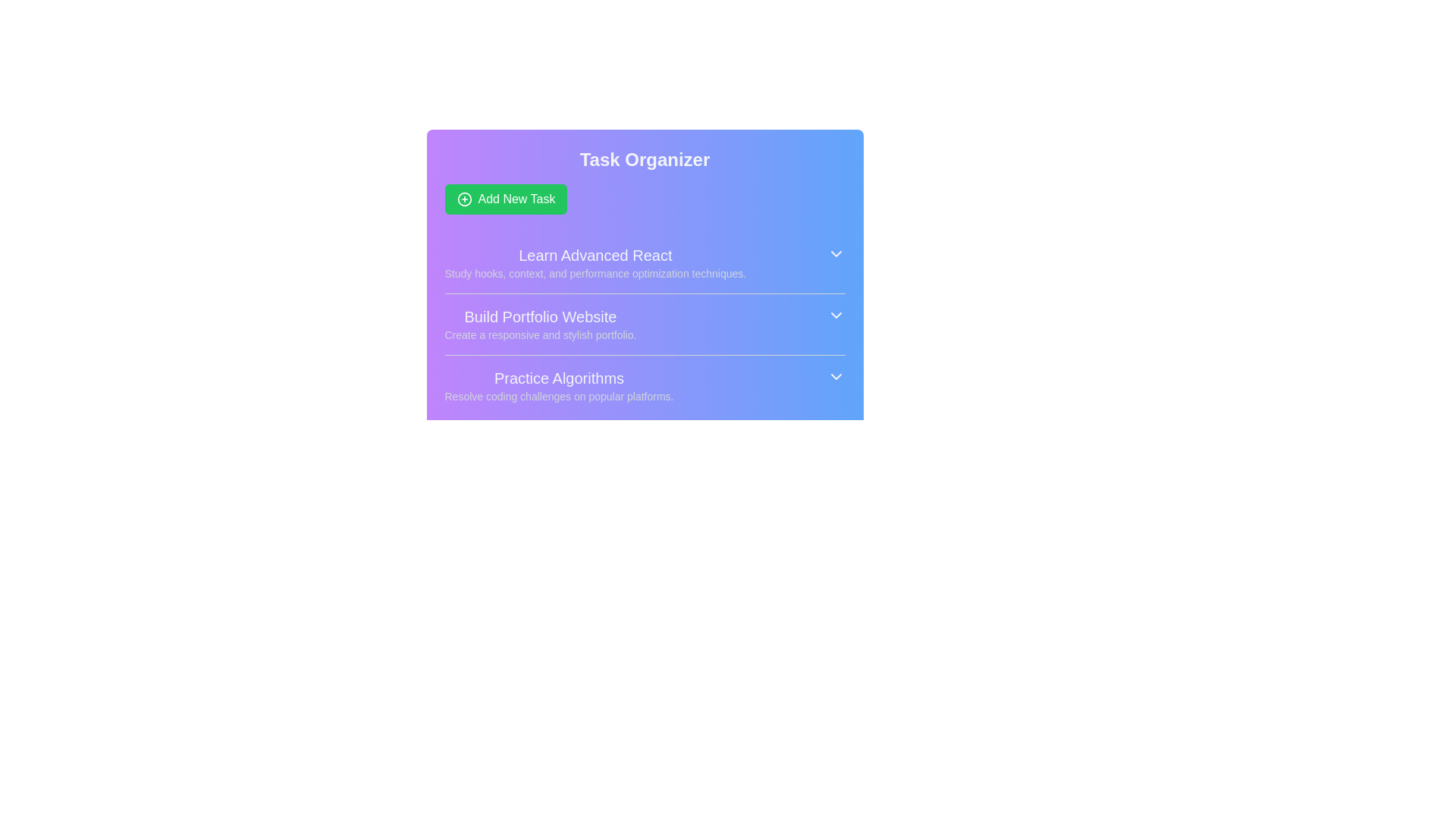 The height and width of the screenshot is (819, 1456). What do you see at coordinates (595, 262) in the screenshot?
I see `the text block that reads 'Learn Advanced React' to focus on this element` at bounding box center [595, 262].